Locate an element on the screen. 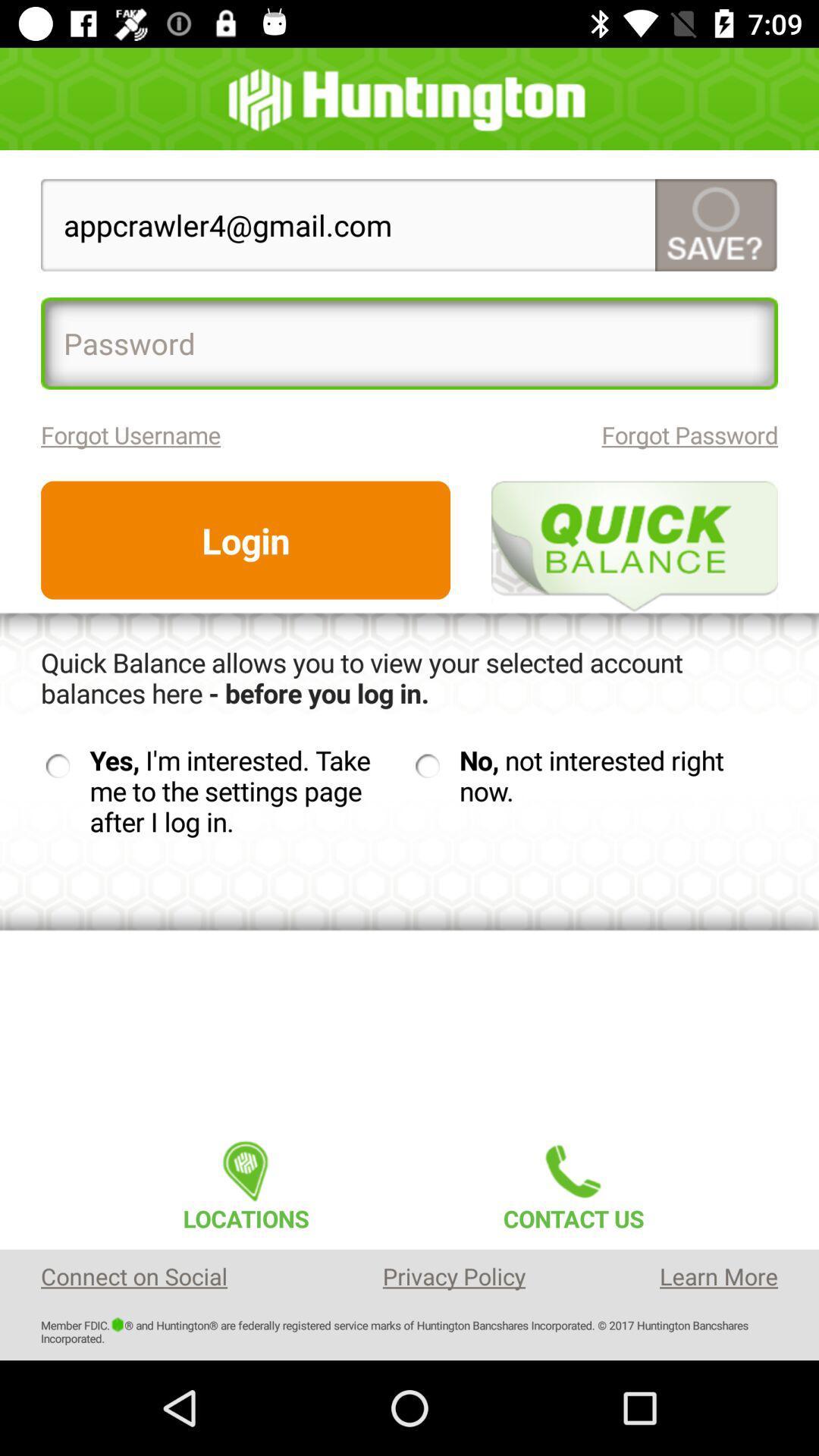 Image resolution: width=819 pixels, height=1456 pixels. login is located at coordinates (245, 540).